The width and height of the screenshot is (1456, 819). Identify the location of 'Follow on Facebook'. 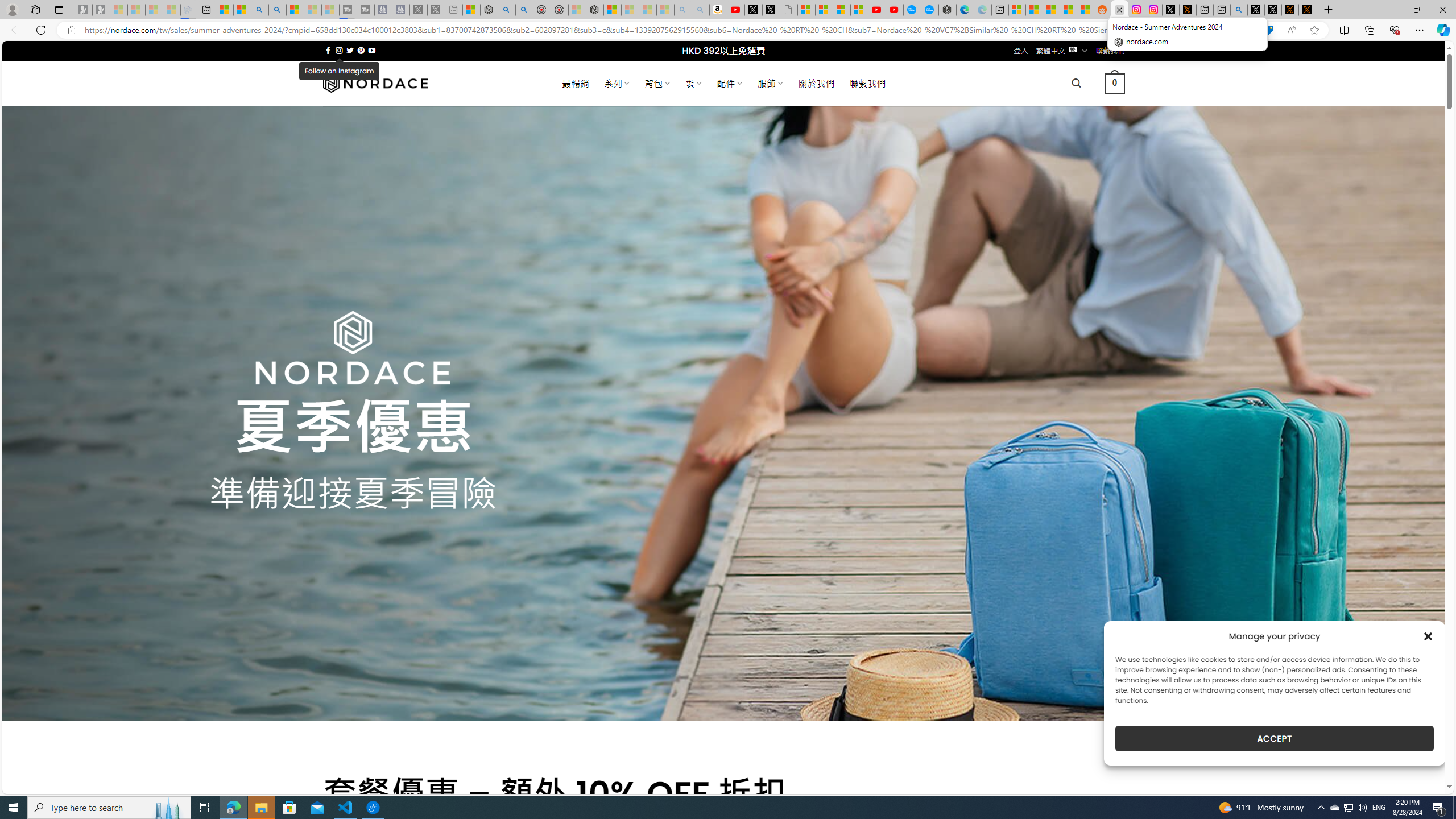
(328, 50).